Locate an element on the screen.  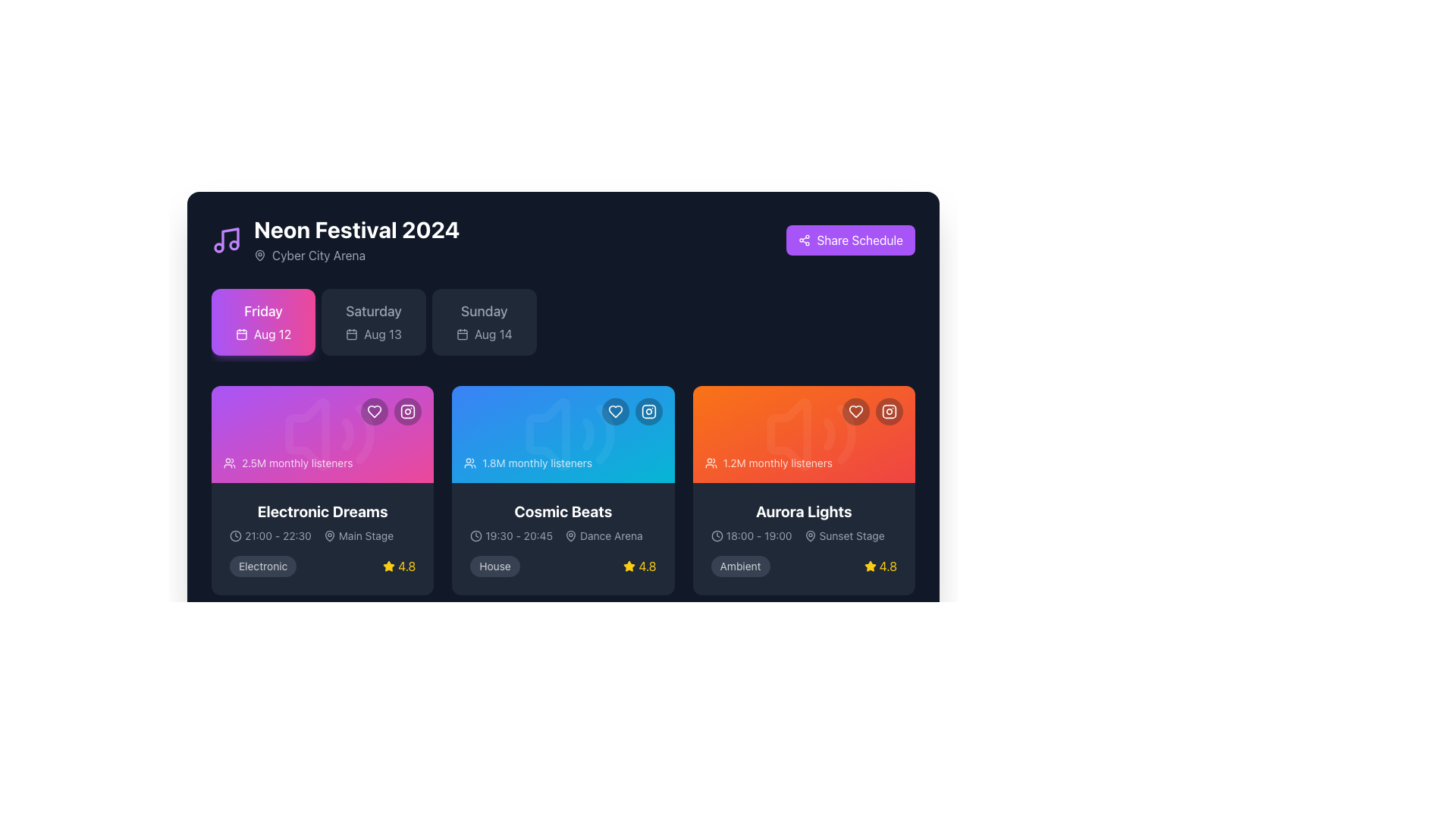
the 'Main Stage' label located in the bottom-left section of the 'Electronic Dreams' card, positioned below the main title and to the right of the time range '21:00 - 22:30' is located at coordinates (357, 535).